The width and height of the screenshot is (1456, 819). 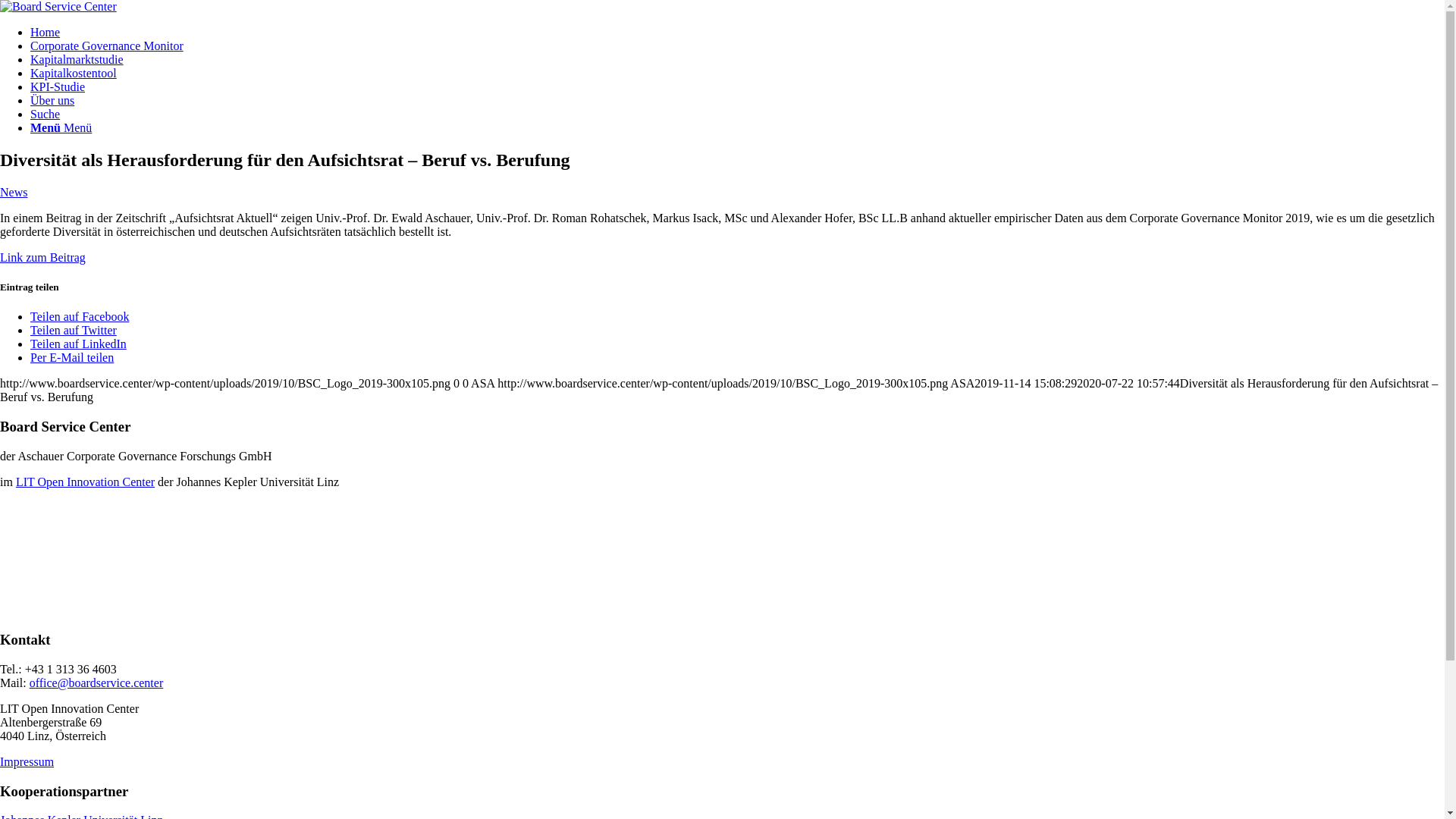 What do you see at coordinates (77, 344) in the screenshot?
I see `'Teilen auf LinkedIn'` at bounding box center [77, 344].